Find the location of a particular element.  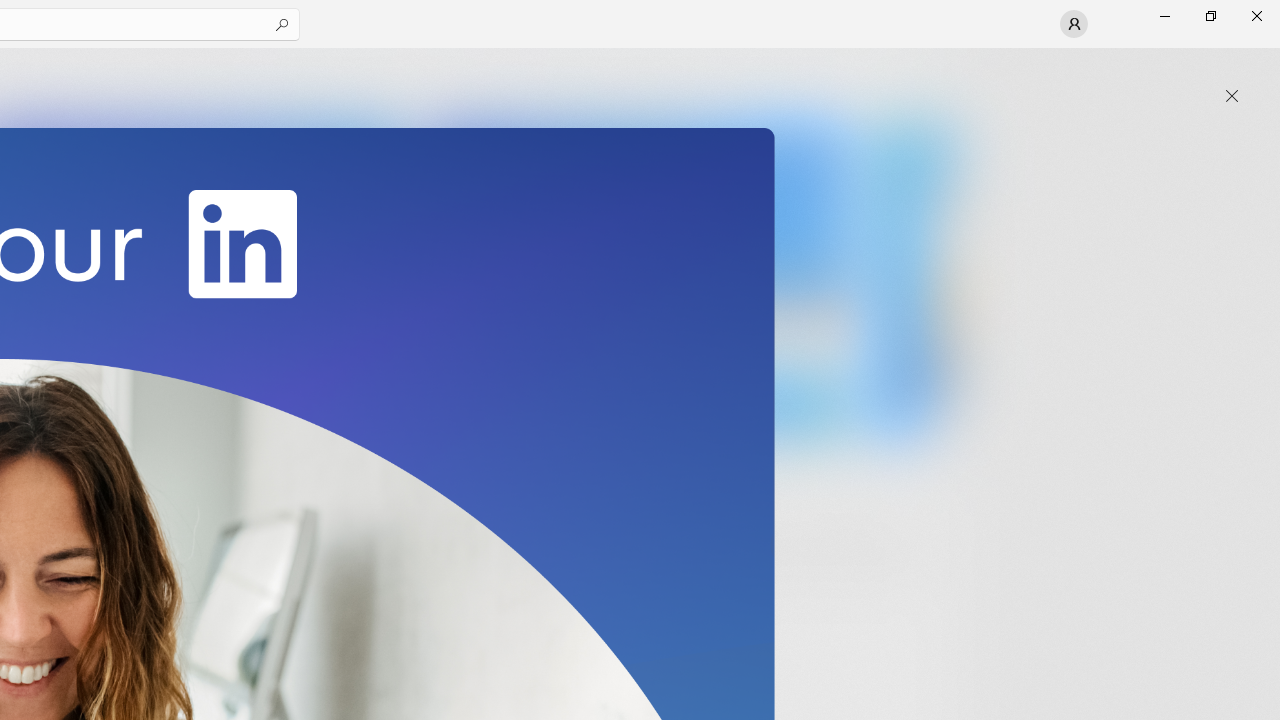

'close popup window' is located at coordinates (1231, 96).